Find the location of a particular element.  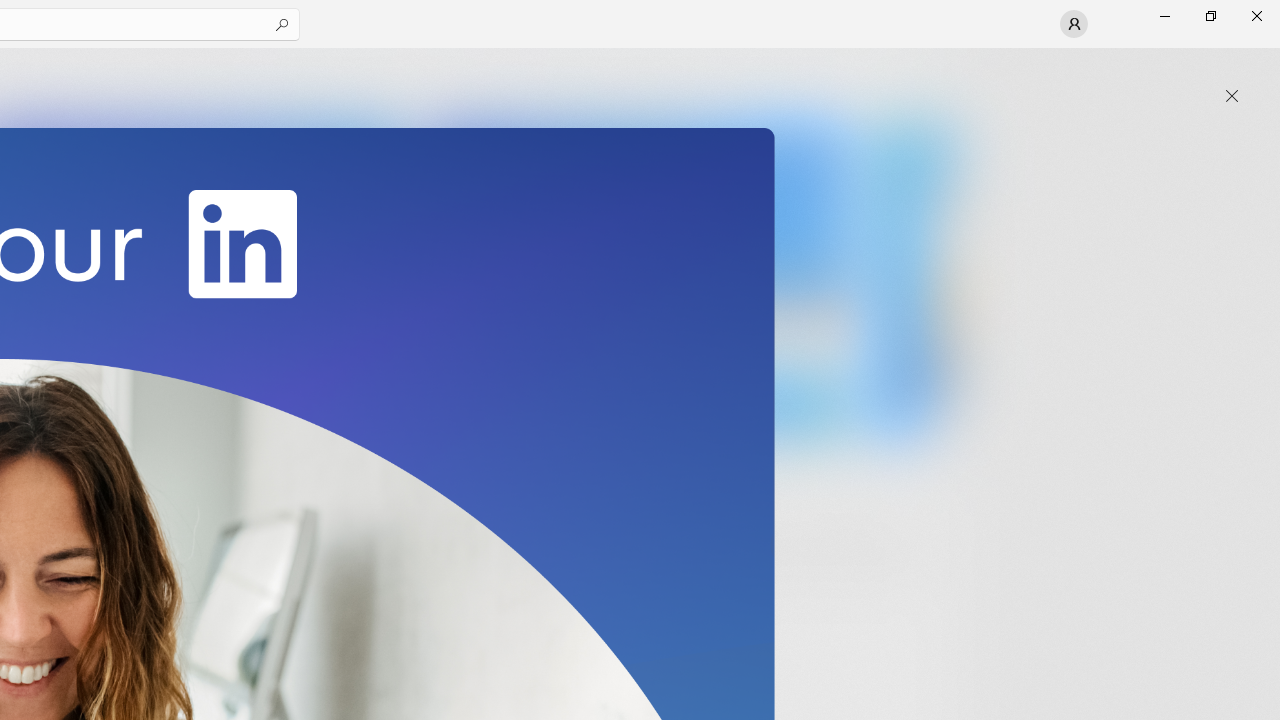

'close popup window' is located at coordinates (1231, 96).